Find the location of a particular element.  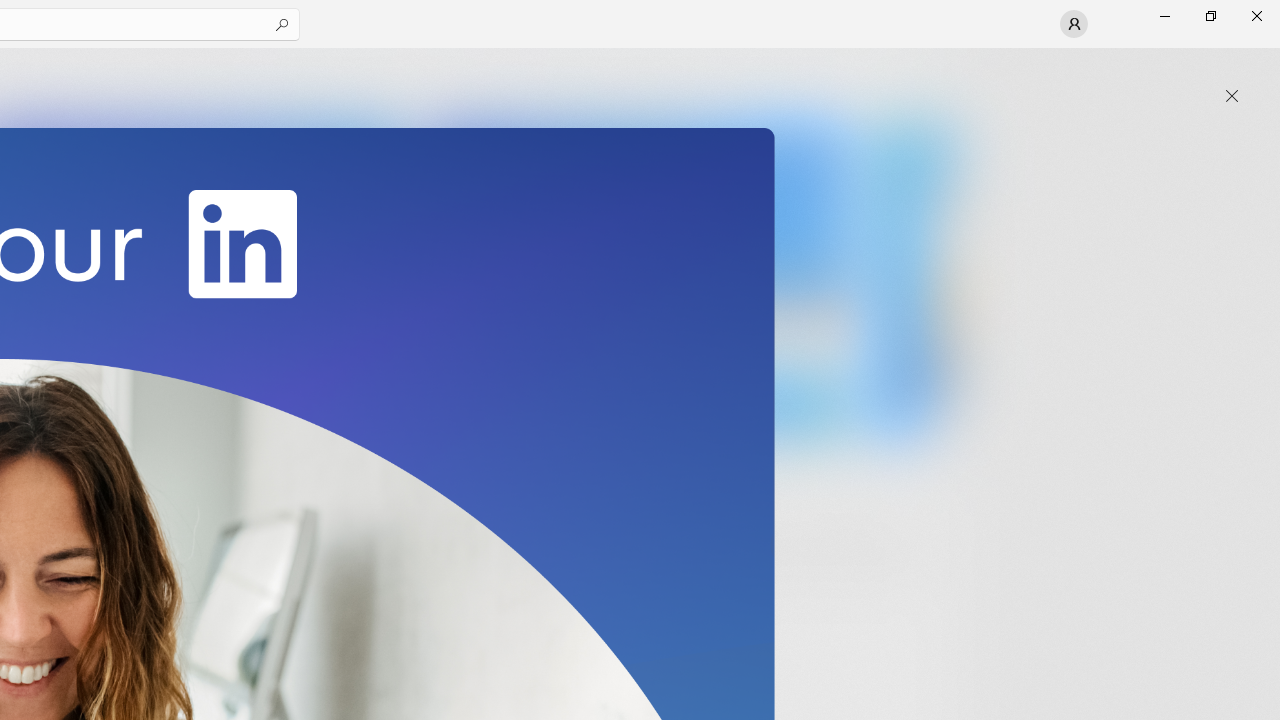

'close popup window' is located at coordinates (1231, 96).